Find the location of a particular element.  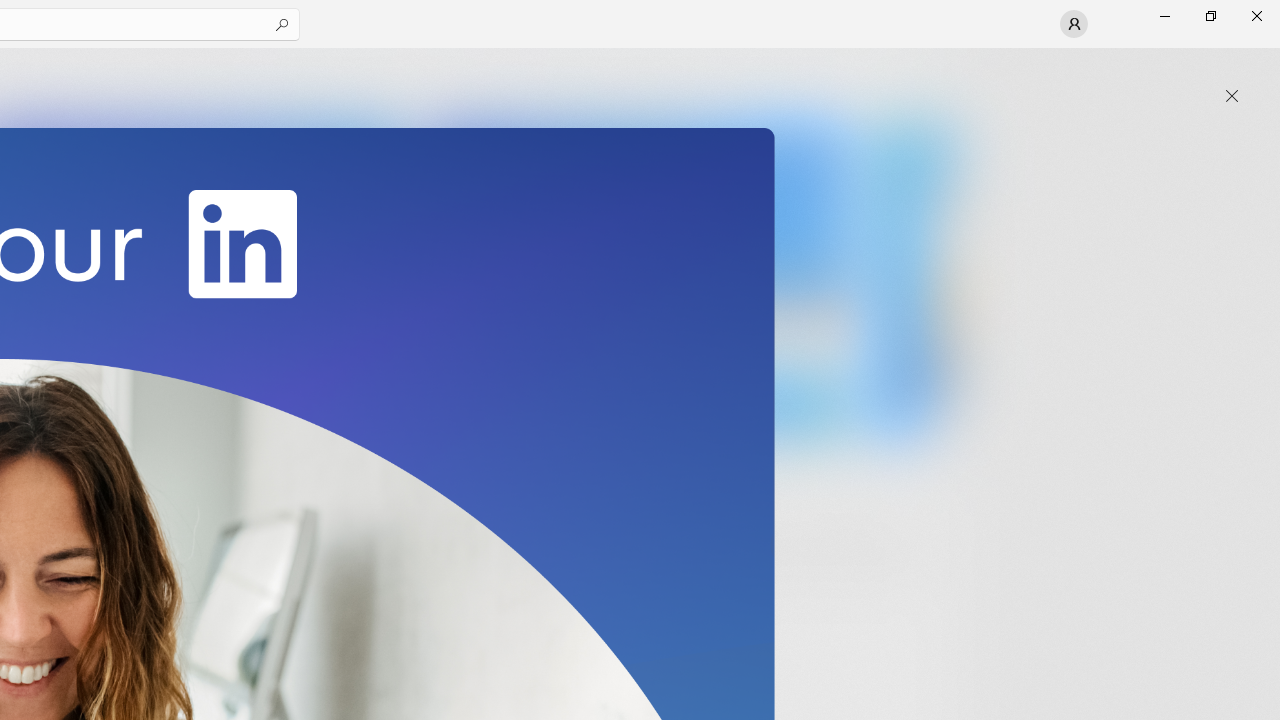

'close popup window' is located at coordinates (1231, 96).